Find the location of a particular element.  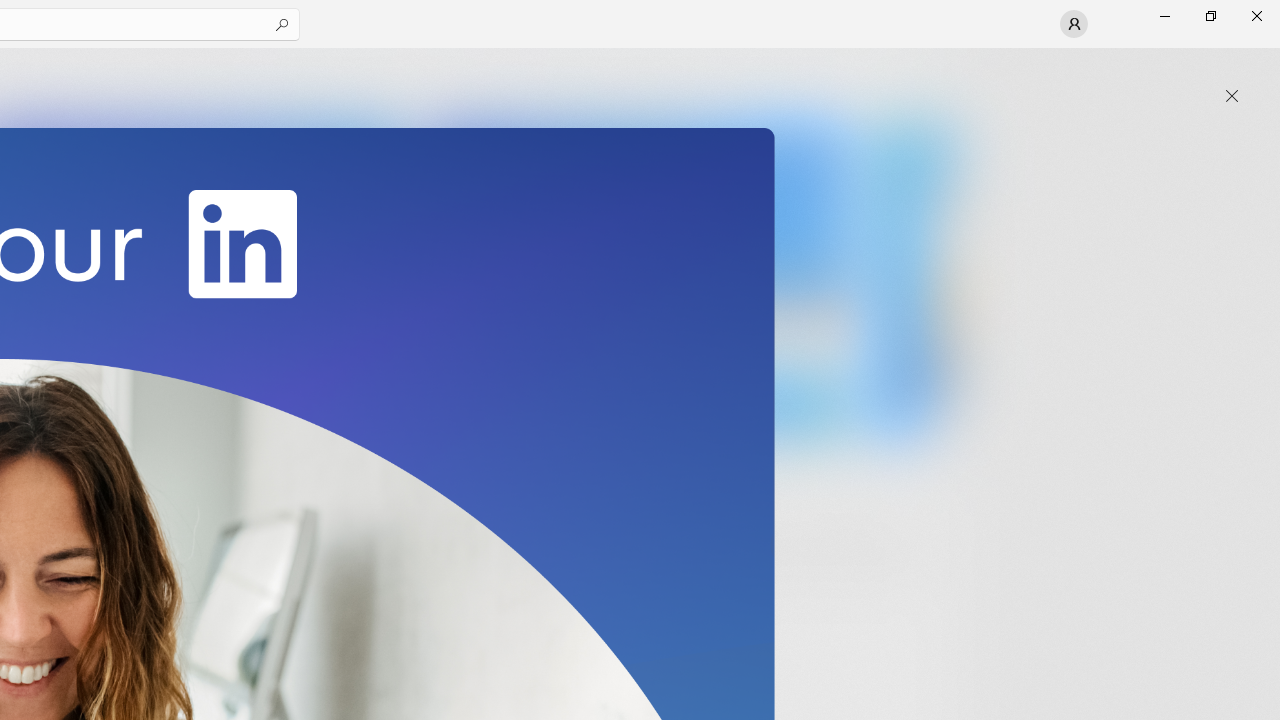

'close popup window' is located at coordinates (1231, 96).